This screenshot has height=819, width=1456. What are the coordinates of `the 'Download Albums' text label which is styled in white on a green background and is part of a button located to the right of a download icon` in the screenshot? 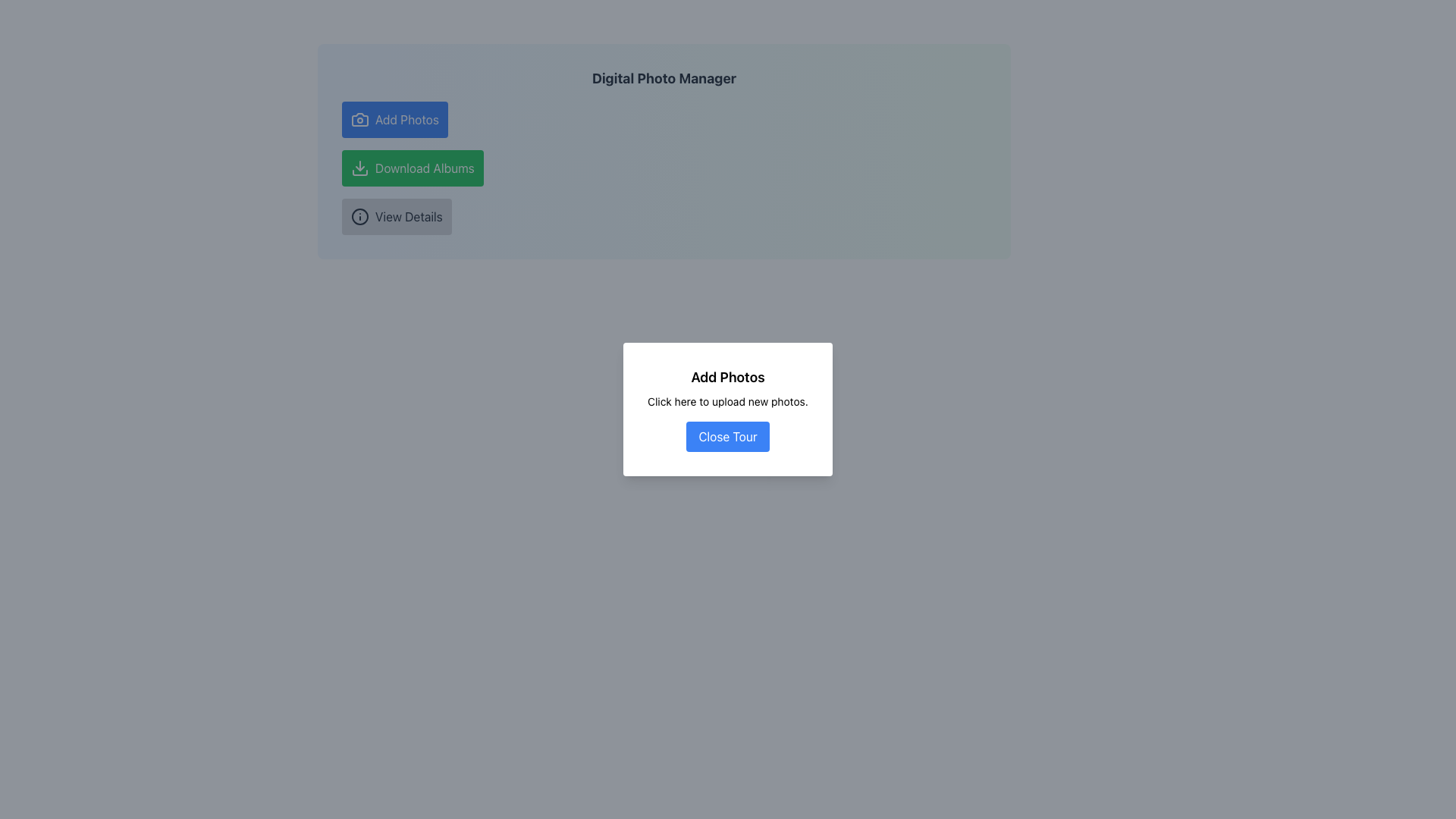 It's located at (425, 168).